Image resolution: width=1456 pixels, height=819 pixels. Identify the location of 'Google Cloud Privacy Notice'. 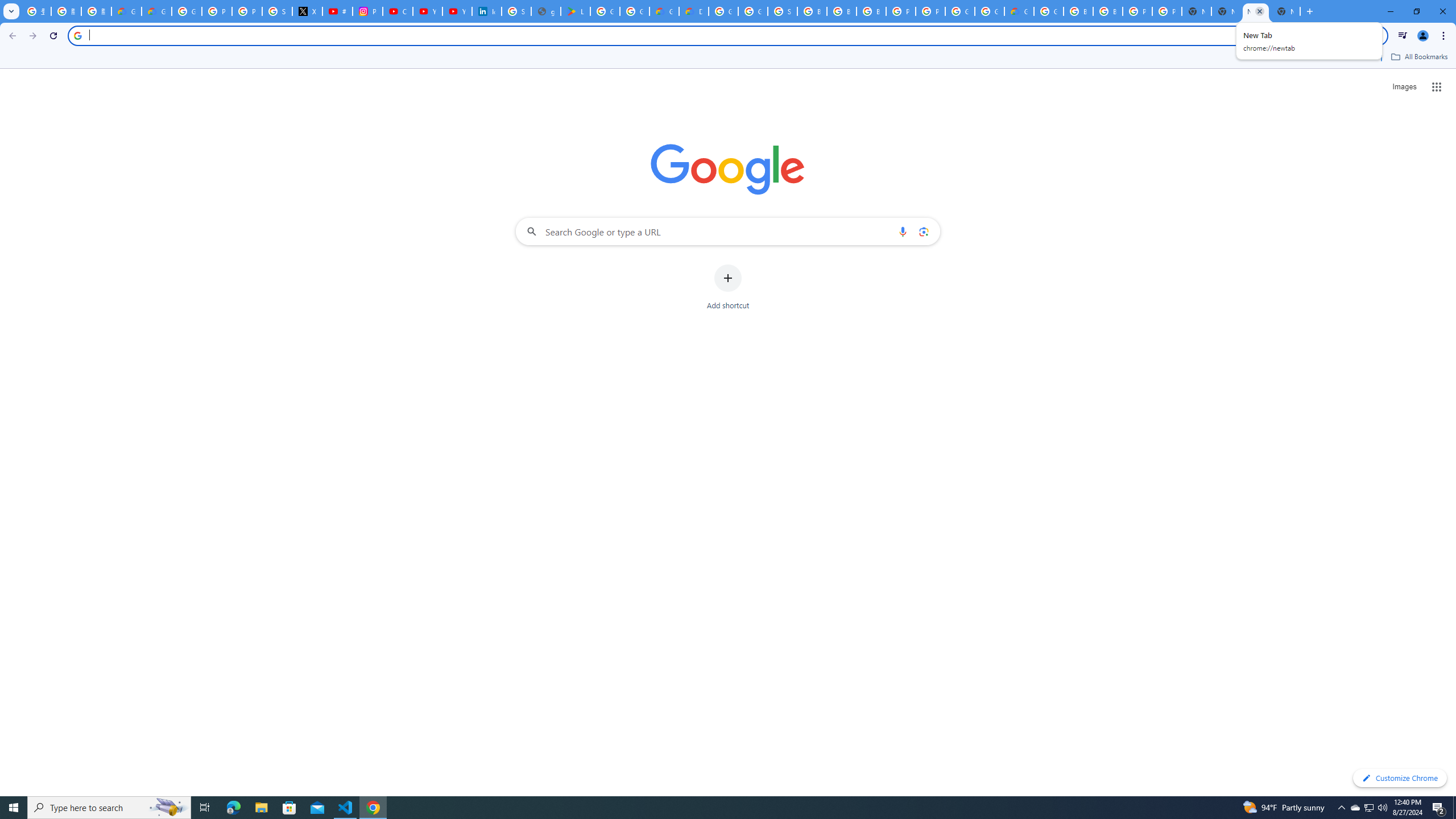
(126, 11).